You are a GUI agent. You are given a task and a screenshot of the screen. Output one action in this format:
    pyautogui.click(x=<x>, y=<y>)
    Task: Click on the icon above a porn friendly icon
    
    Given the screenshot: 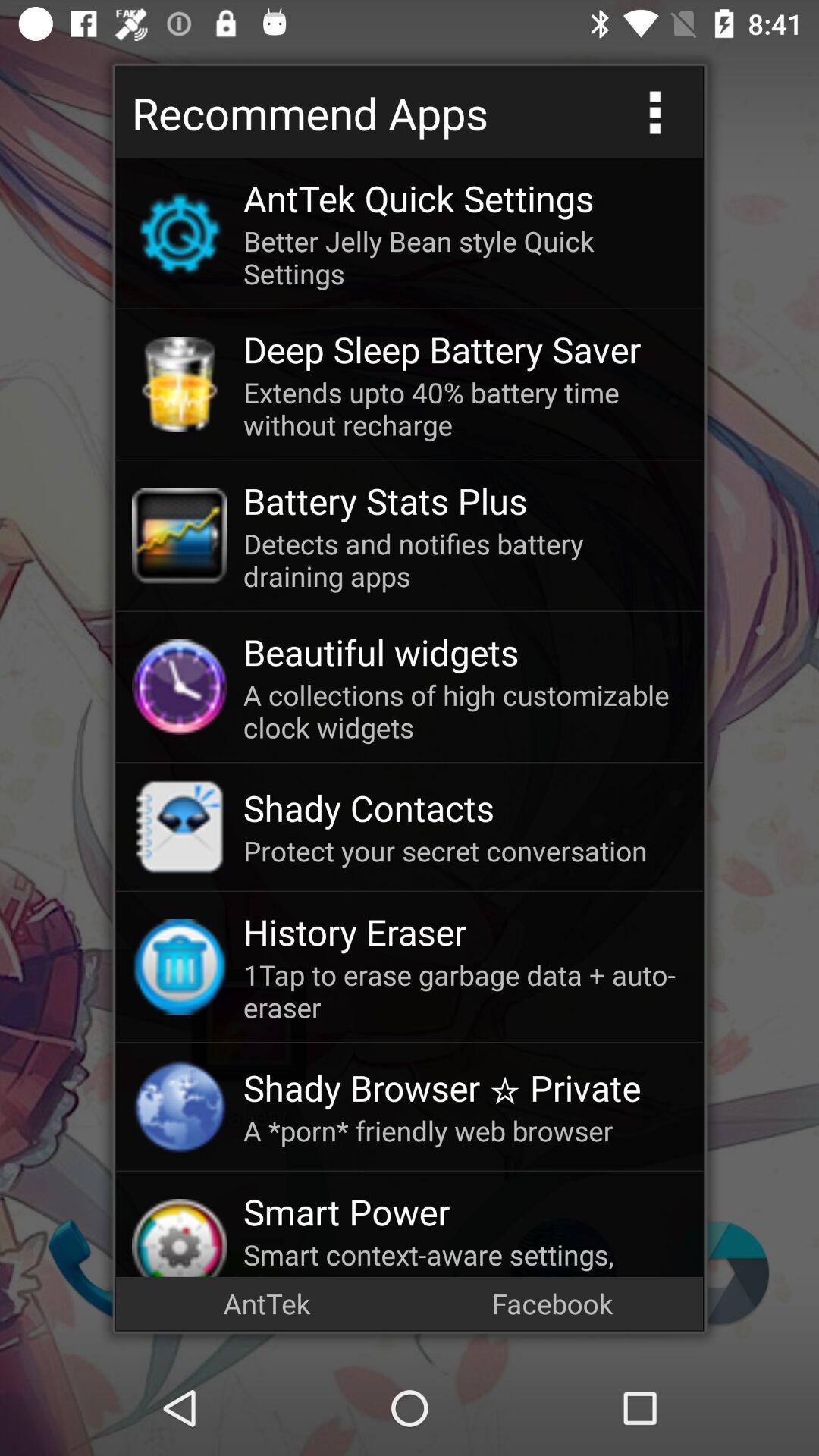 What is the action you would take?
    pyautogui.click(x=464, y=1087)
    